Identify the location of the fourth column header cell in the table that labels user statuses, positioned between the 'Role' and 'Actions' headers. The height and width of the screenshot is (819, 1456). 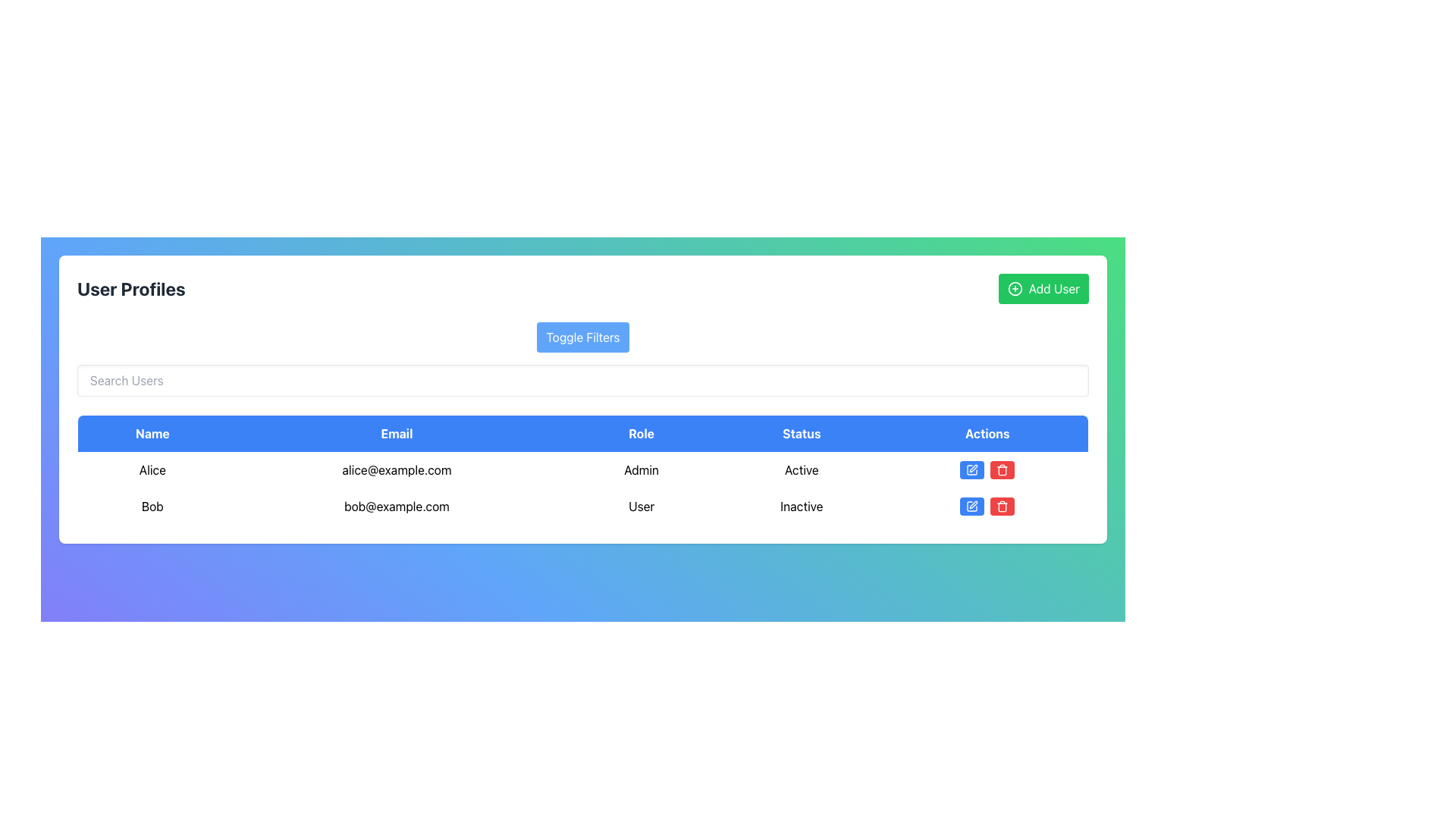
(801, 433).